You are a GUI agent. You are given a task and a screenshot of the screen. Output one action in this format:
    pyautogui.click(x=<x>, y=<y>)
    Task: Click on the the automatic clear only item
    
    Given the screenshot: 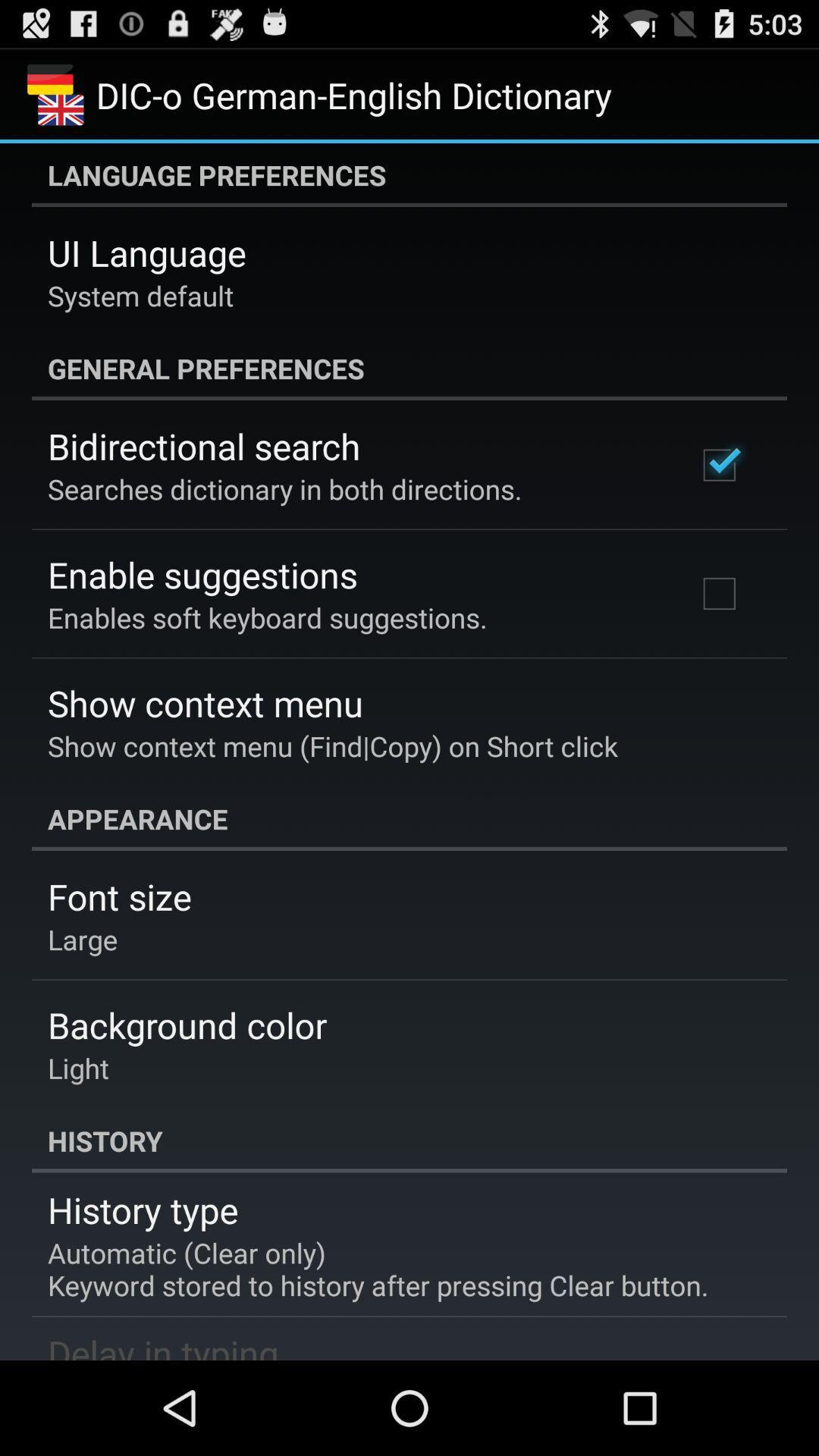 What is the action you would take?
    pyautogui.click(x=377, y=1269)
    